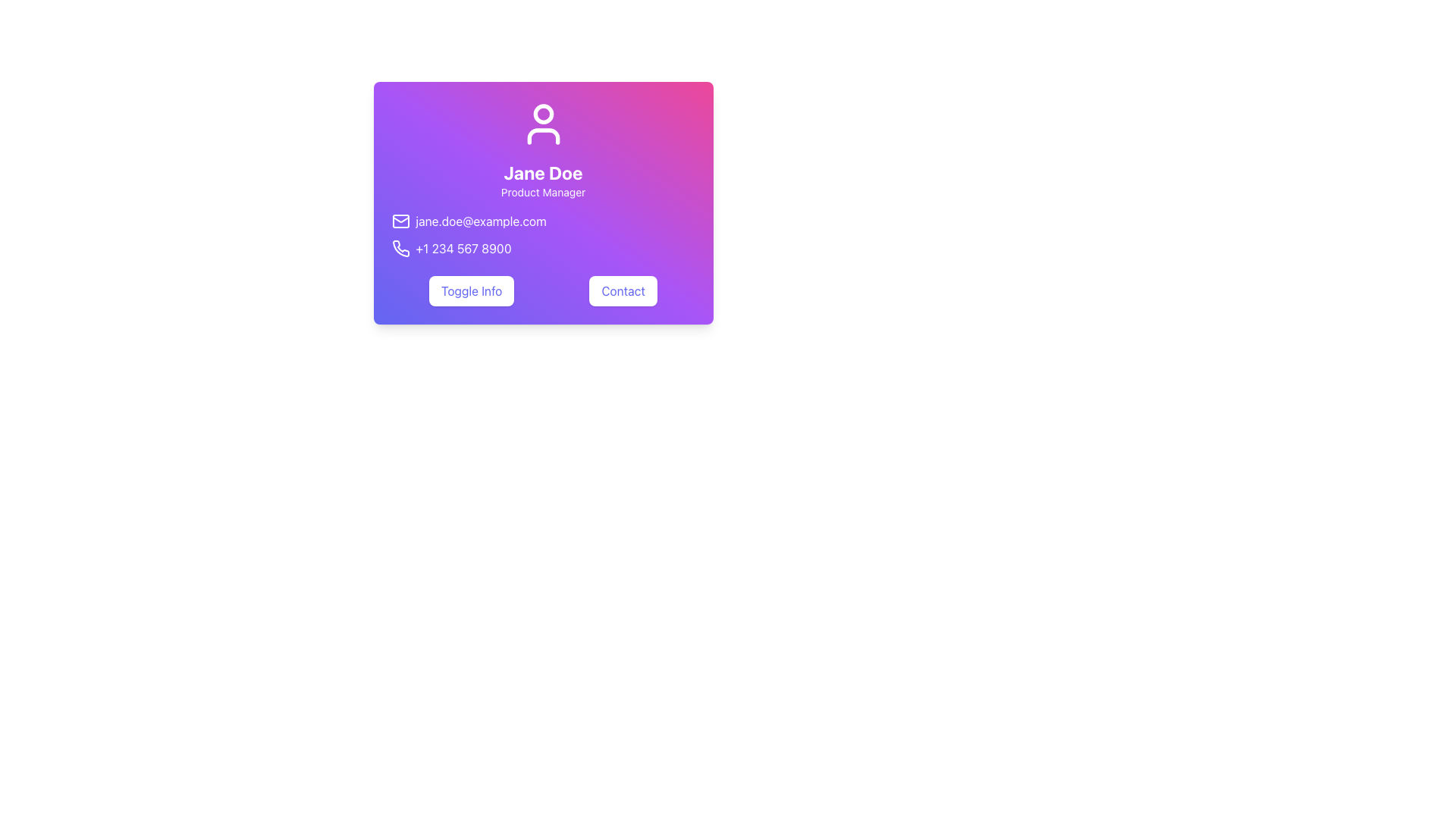  I want to click on the email address display in the contact information section, located beneath the name and job title, above the phone number, so click(543, 221).